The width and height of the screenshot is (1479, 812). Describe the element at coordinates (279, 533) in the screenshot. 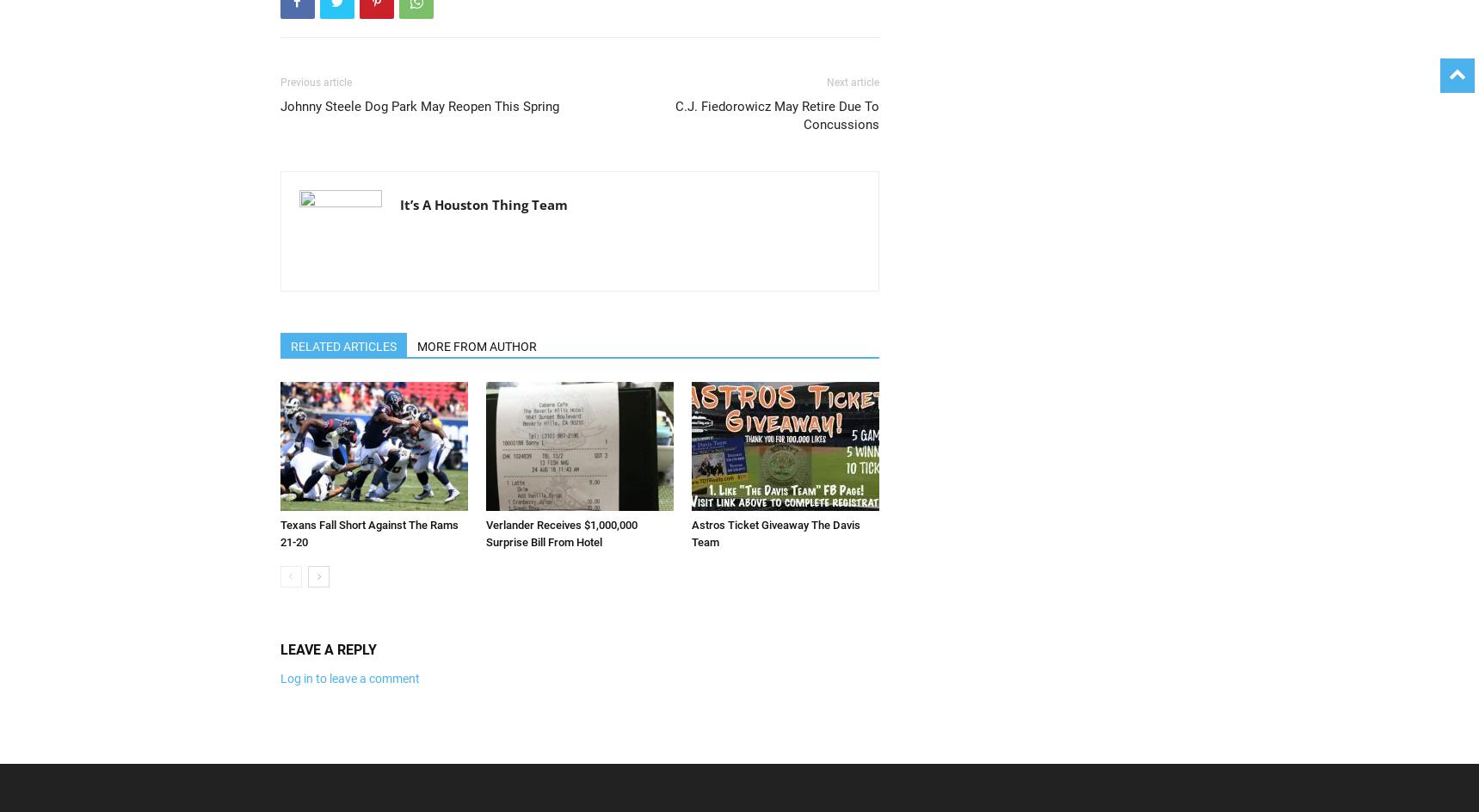

I see `'Texans Fall Short Against The Rams 21-20'` at that location.